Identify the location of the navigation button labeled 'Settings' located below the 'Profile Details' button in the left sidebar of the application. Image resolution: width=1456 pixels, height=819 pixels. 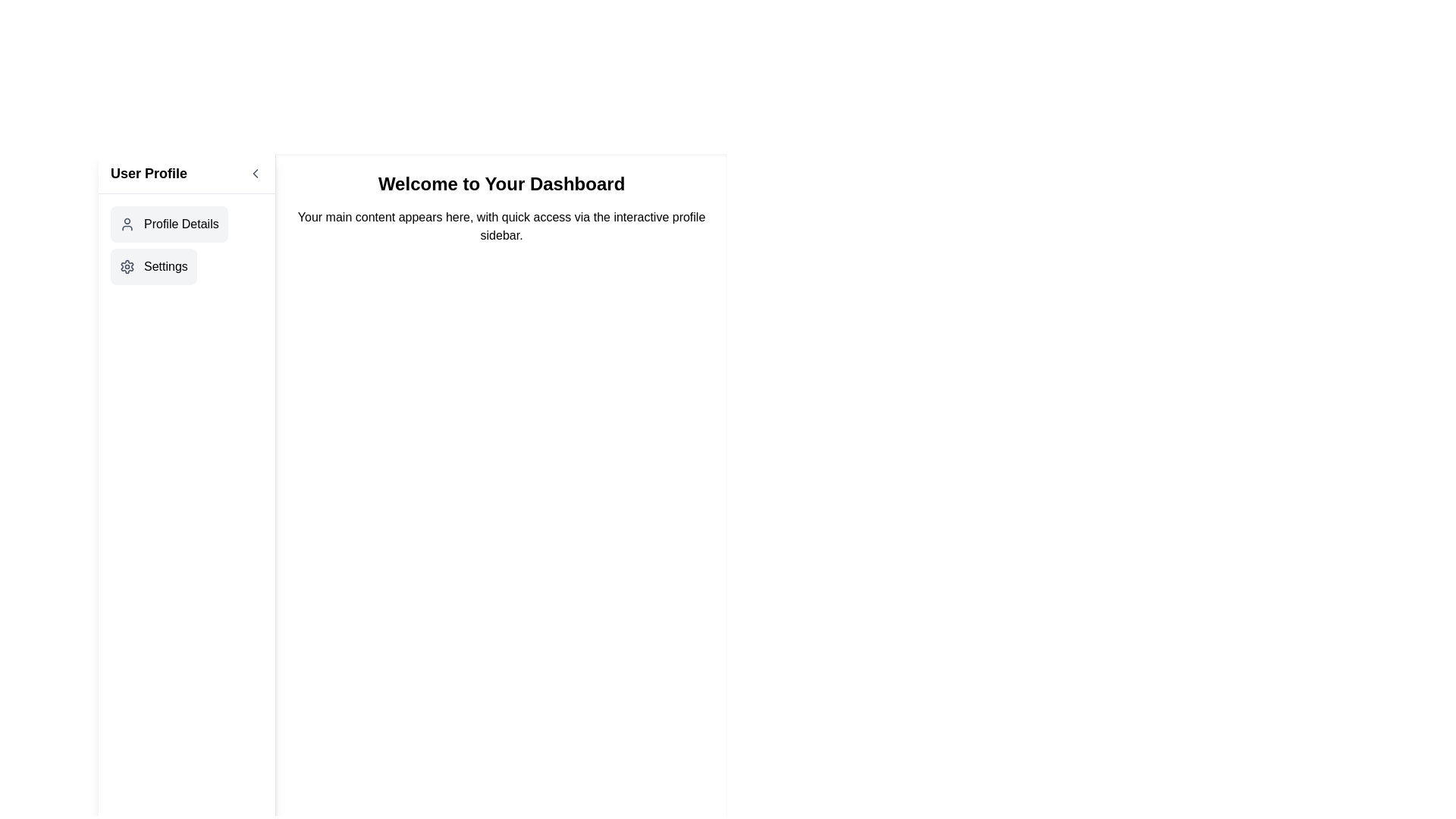
(153, 265).